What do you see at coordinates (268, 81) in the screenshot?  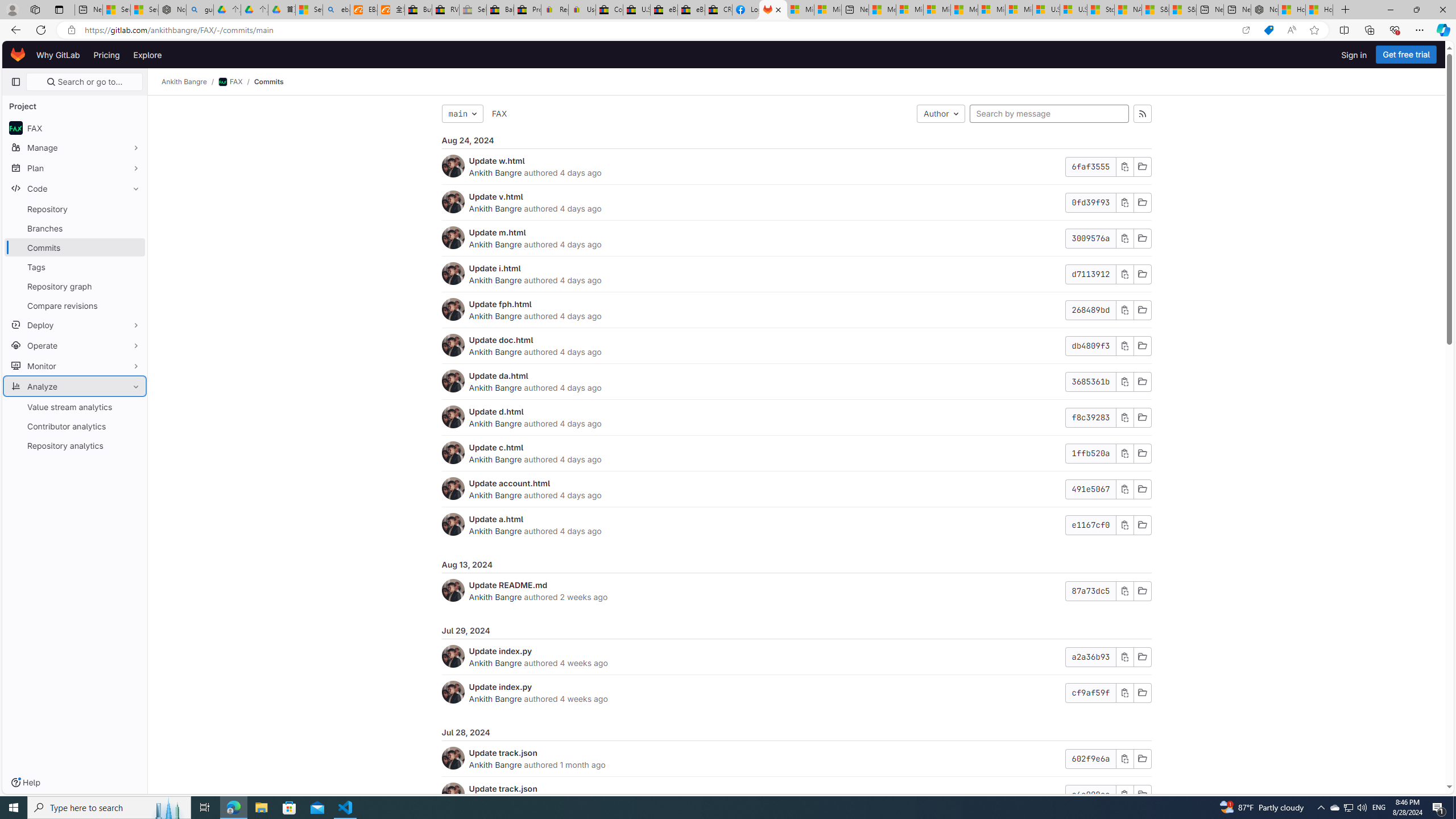 I see `'Commits'` at bounding box center [268, 81].